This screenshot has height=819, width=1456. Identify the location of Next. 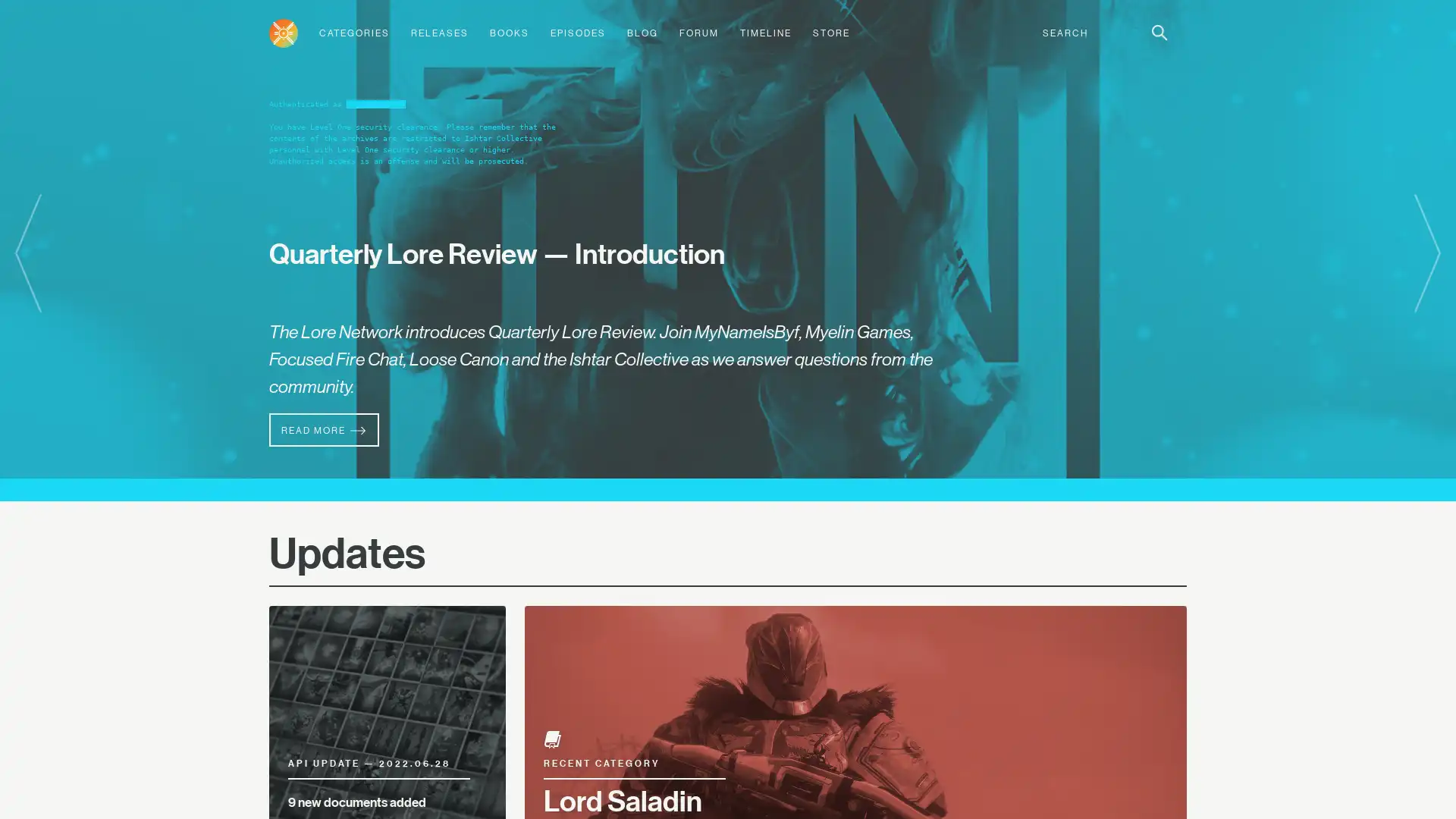
(1426, 253).